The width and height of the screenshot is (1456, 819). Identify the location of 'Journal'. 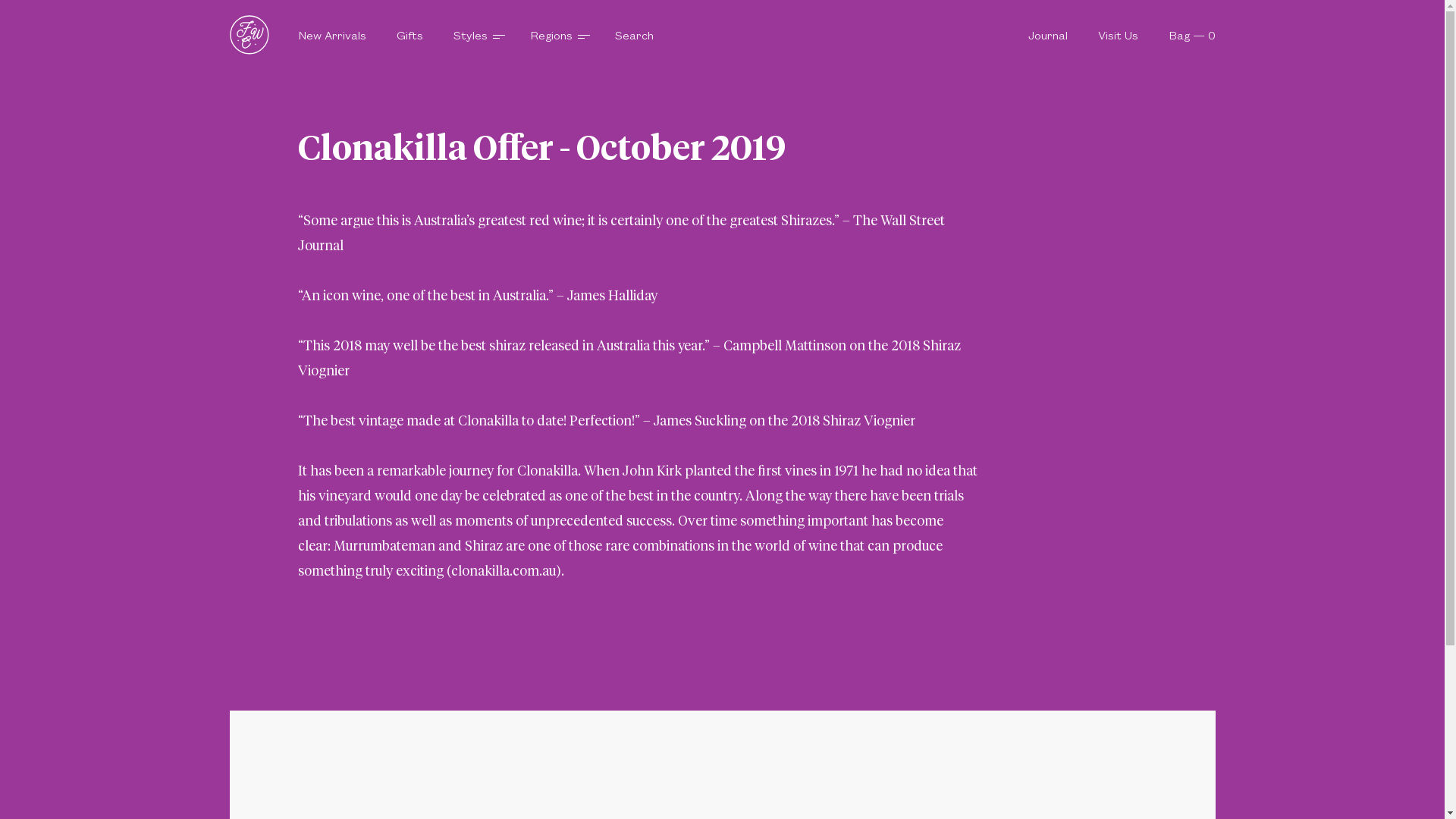
(1047, 34).